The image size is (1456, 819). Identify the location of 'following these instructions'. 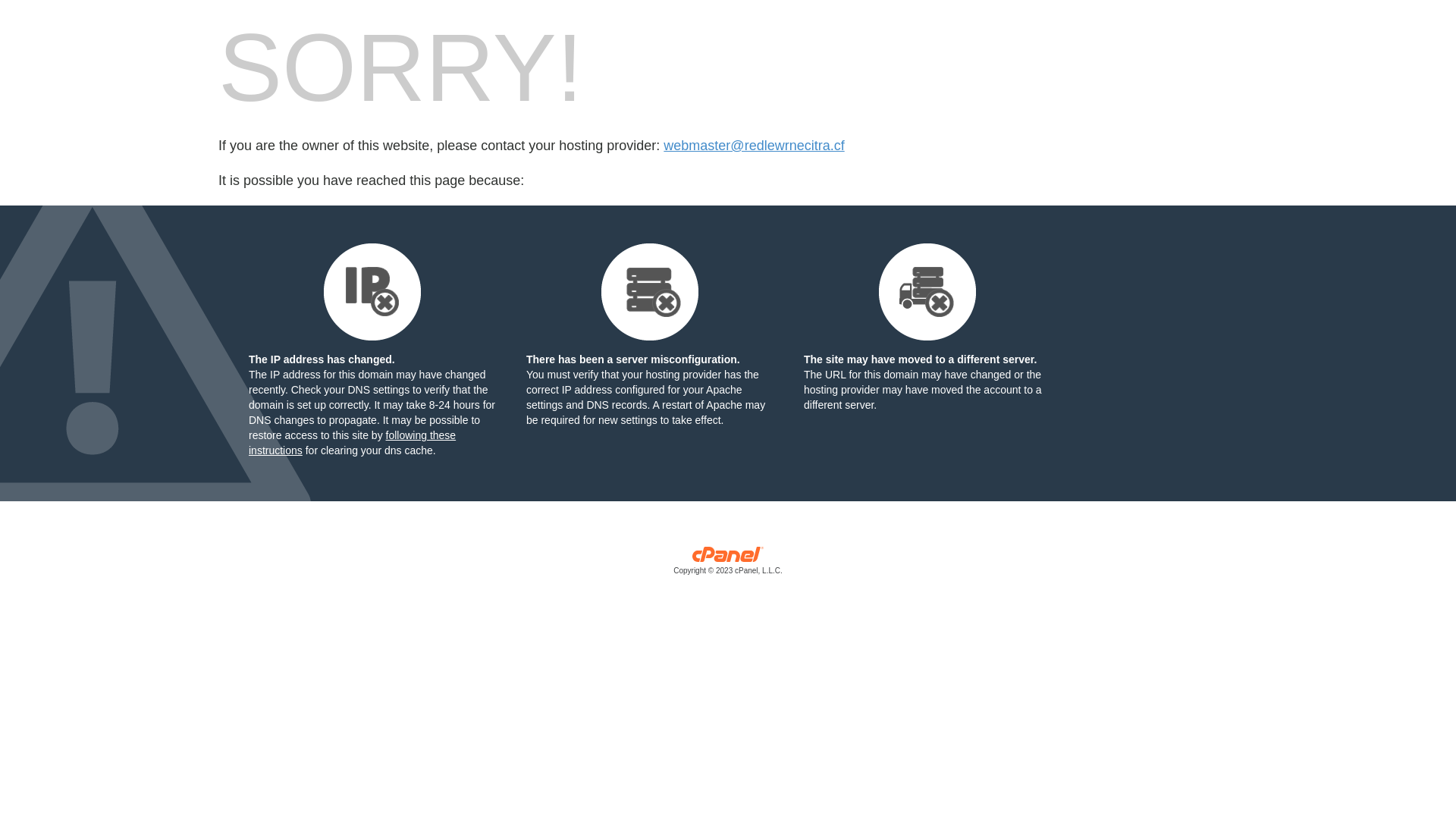
(351, 442).